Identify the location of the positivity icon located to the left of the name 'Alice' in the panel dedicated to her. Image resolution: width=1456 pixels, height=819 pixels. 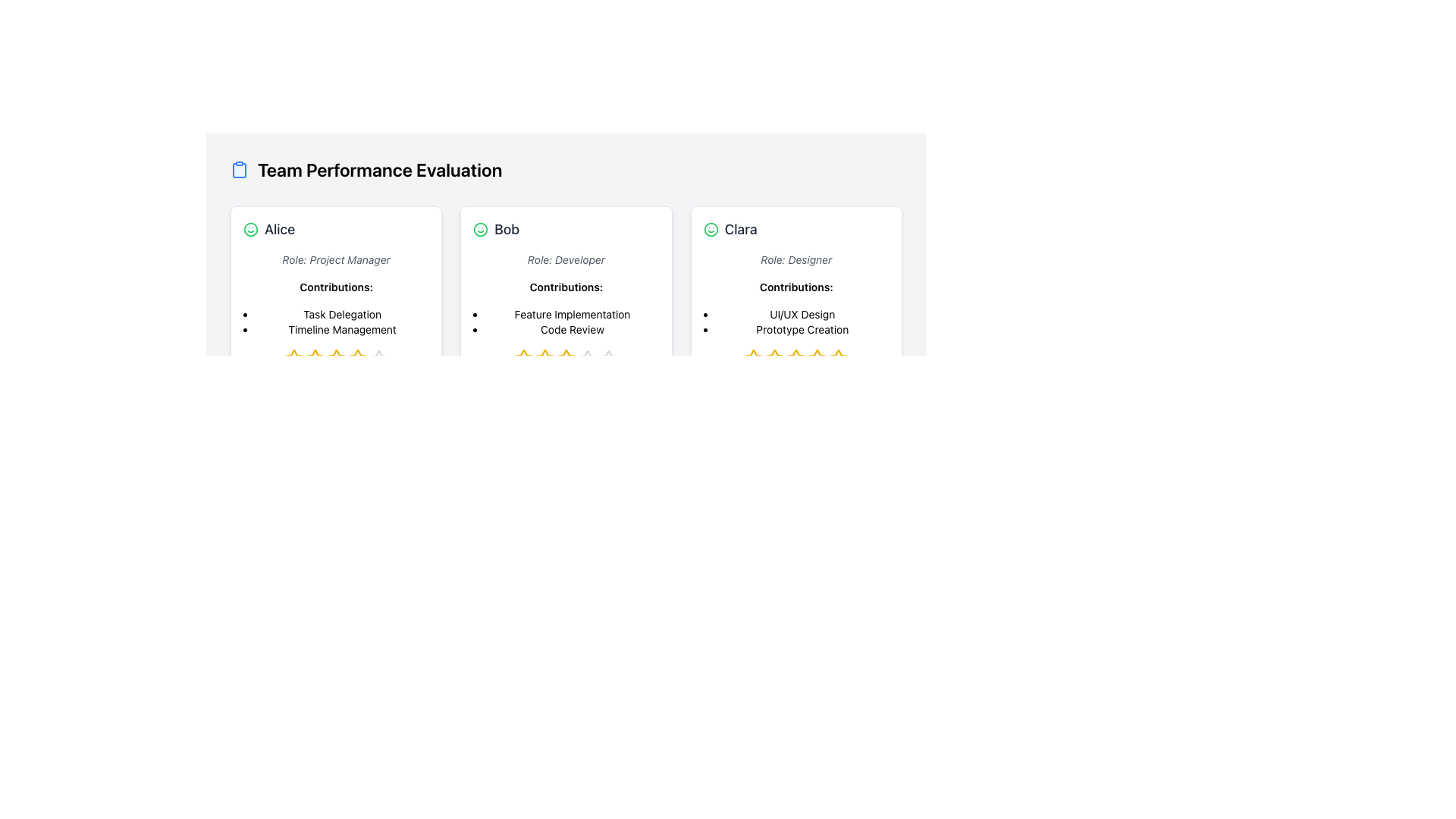
(251, 230).